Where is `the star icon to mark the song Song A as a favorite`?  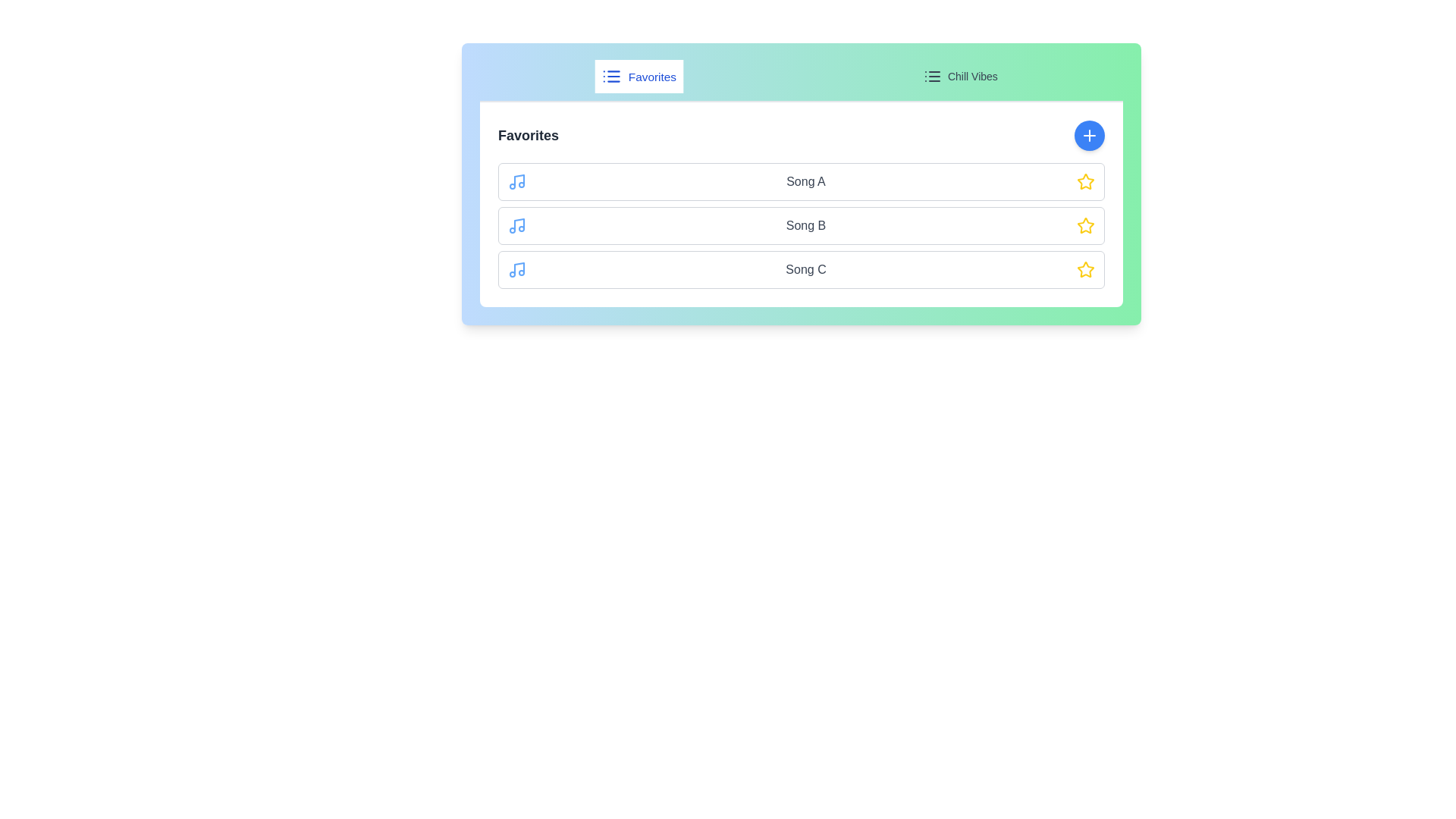 the star icon to mark the song Song A as a favorite is located at coordinates (1084, 180).